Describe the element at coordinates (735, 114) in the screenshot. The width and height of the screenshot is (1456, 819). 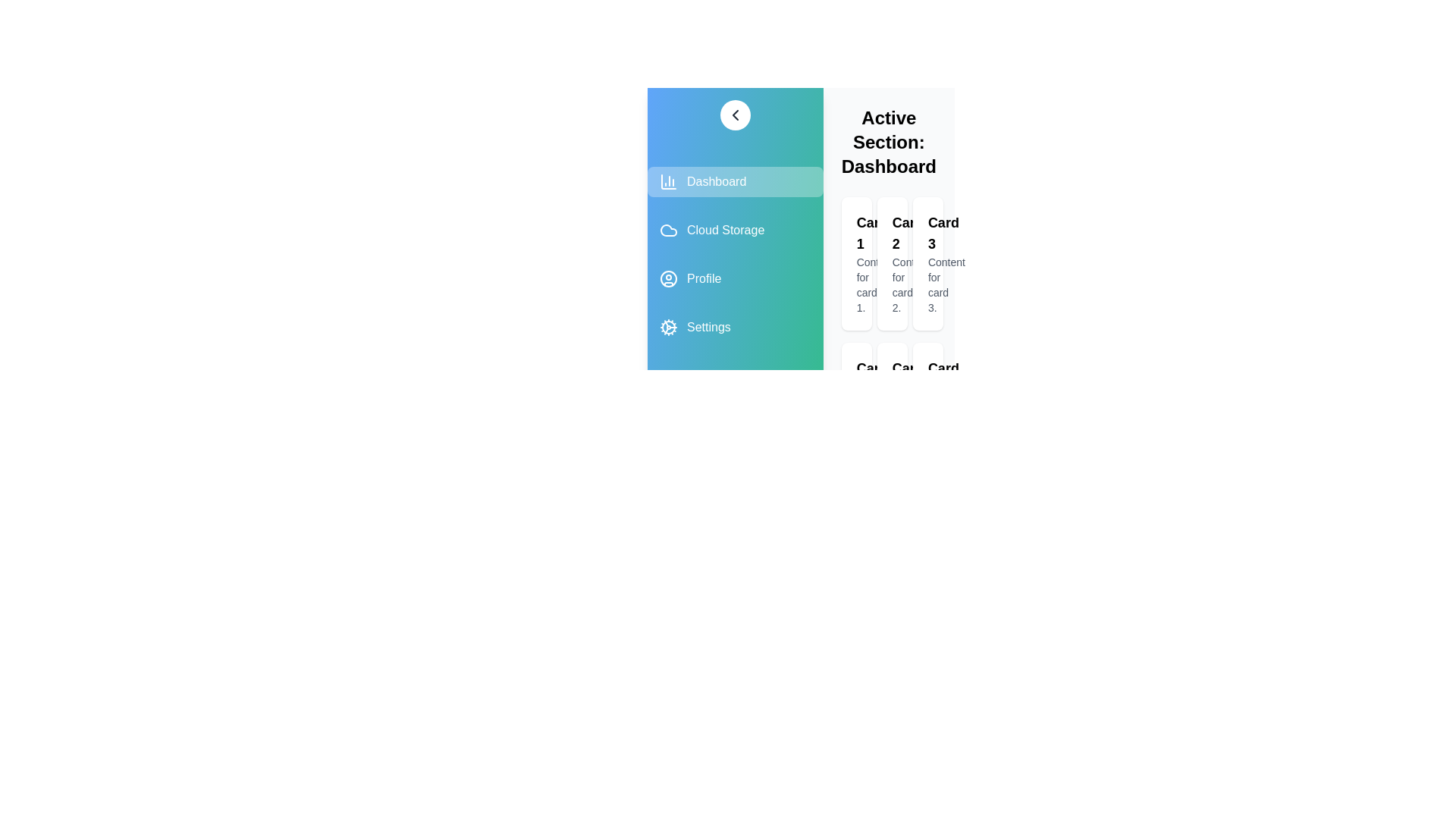
I see `the toggle button to toggle the sidebar drawer open or closed` at that location.